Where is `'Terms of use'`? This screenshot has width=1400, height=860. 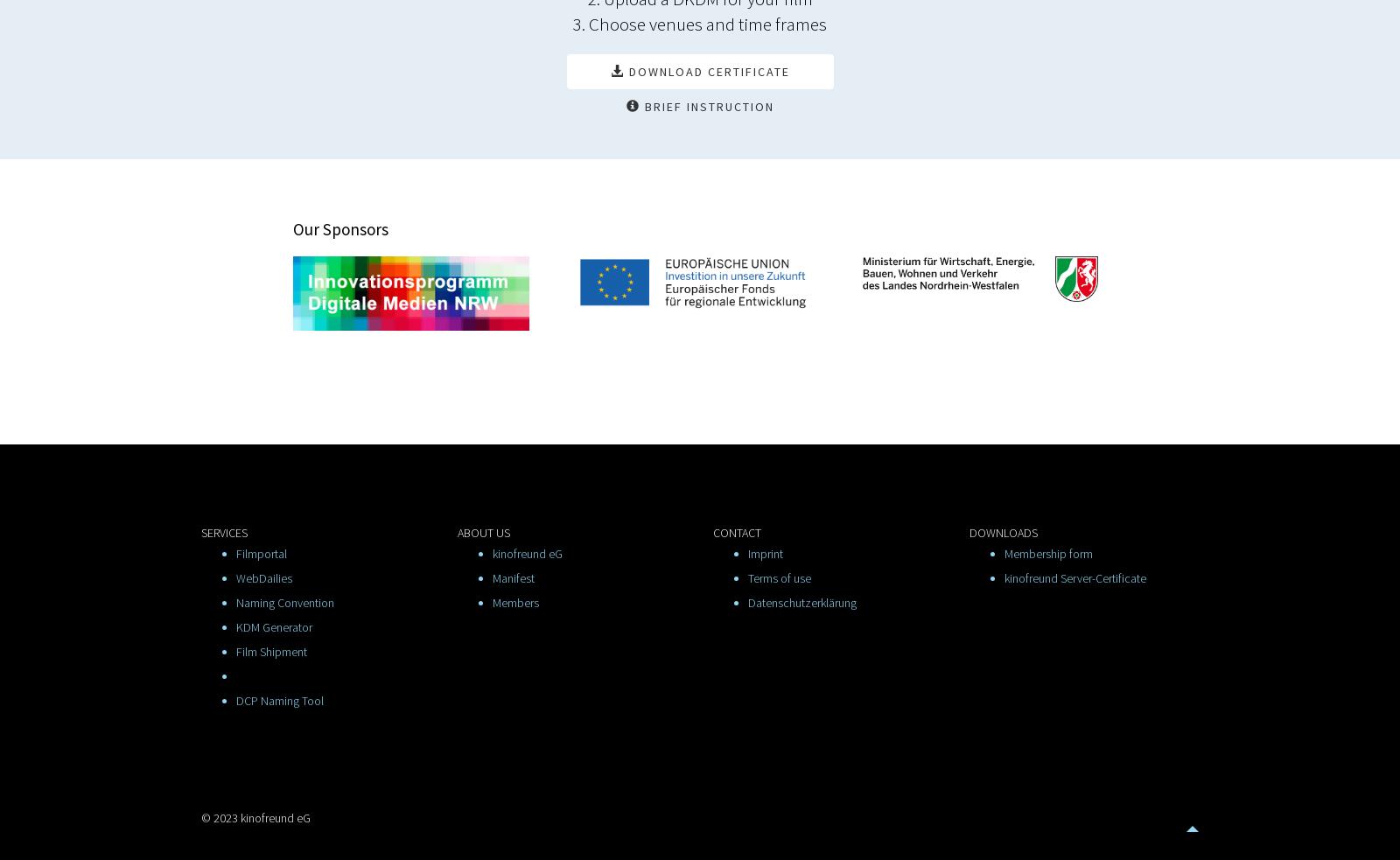 'Terms of use' is located at coordinates (779, 577).